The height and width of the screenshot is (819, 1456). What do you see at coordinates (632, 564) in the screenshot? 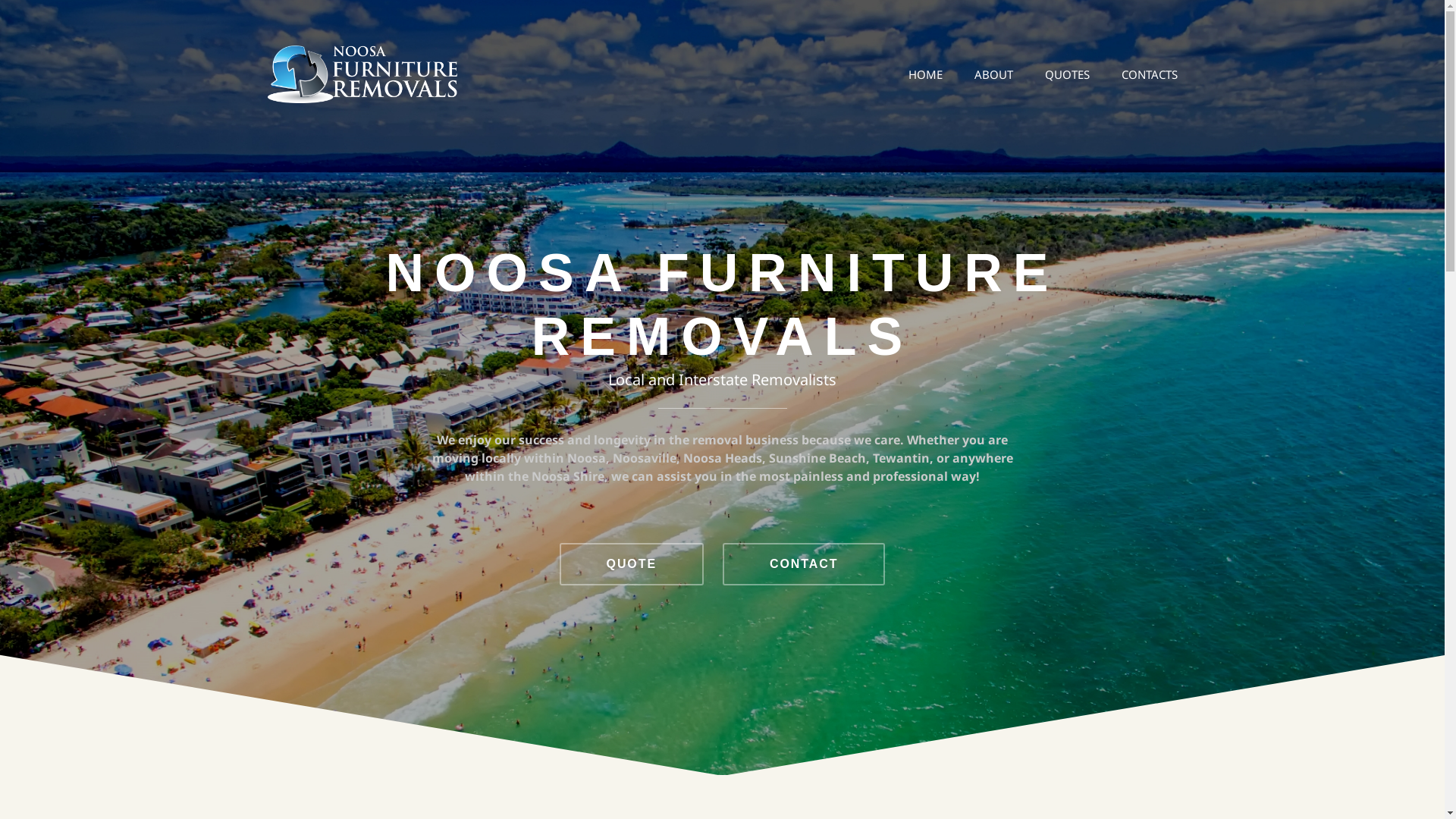
I see `'QUOTE'` at bounding box center [632, 564].